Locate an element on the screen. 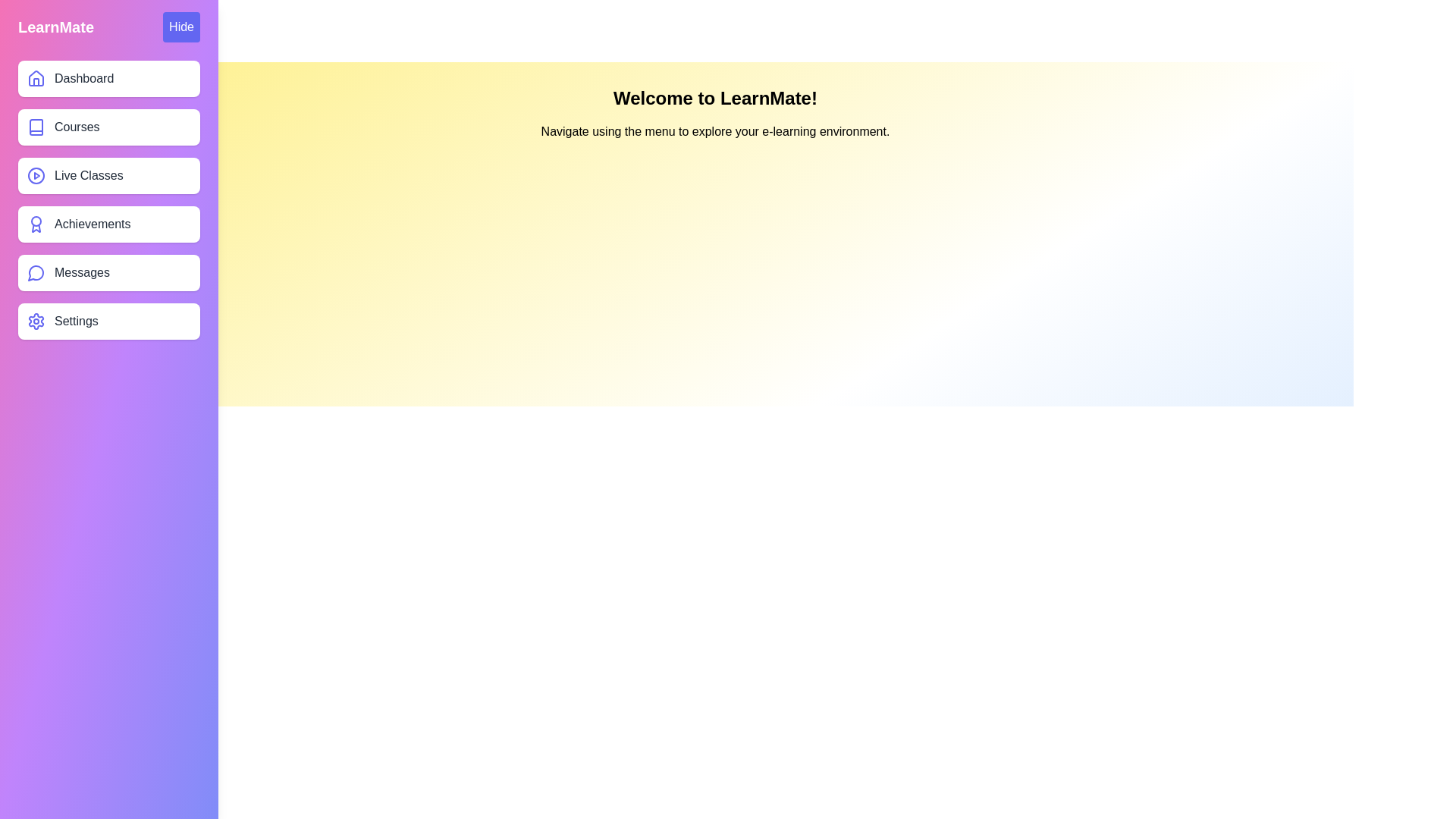 This screenshot has width=1456, height=819. the menu item labeled Dashboard is located at coordinates (108, 79).